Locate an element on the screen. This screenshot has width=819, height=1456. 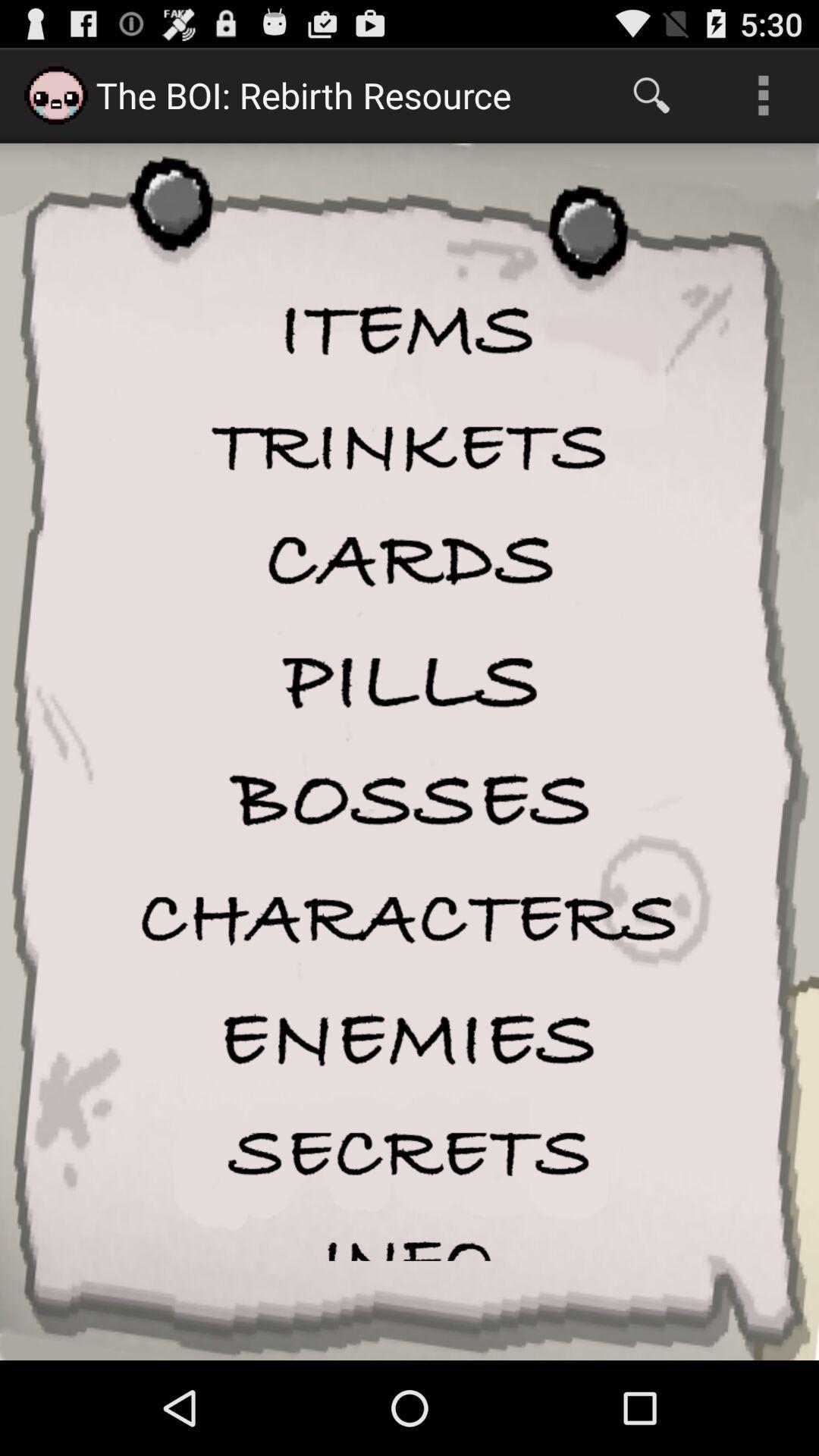
items is located at coordinates (409, 331).